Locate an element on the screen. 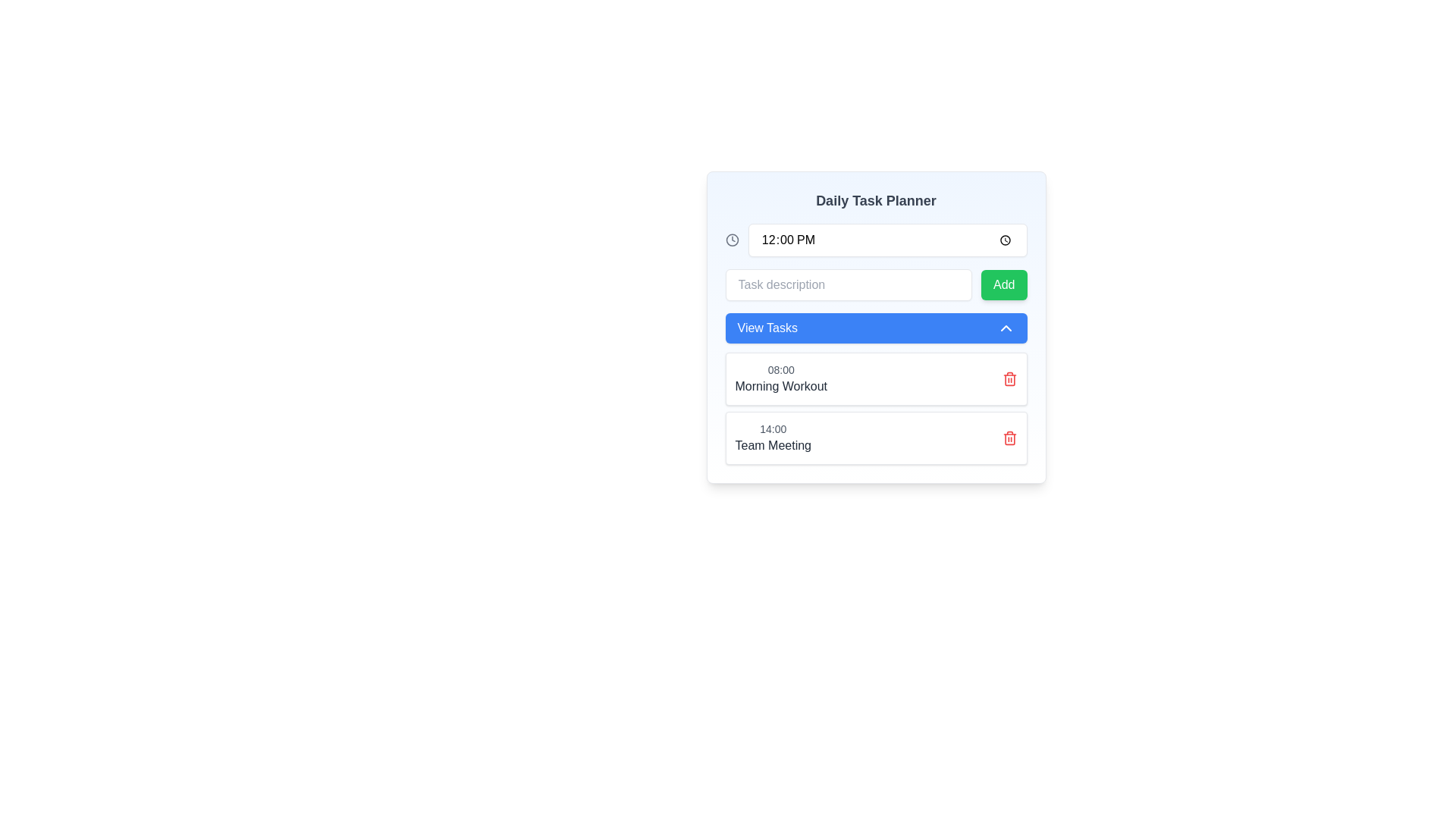 This screenshot has width=1456, height=819. the text label displaying the time '14:00' in a small, gray-colored font located within the task card titled 'Team Meeting' is located at coordinates (773, 429).